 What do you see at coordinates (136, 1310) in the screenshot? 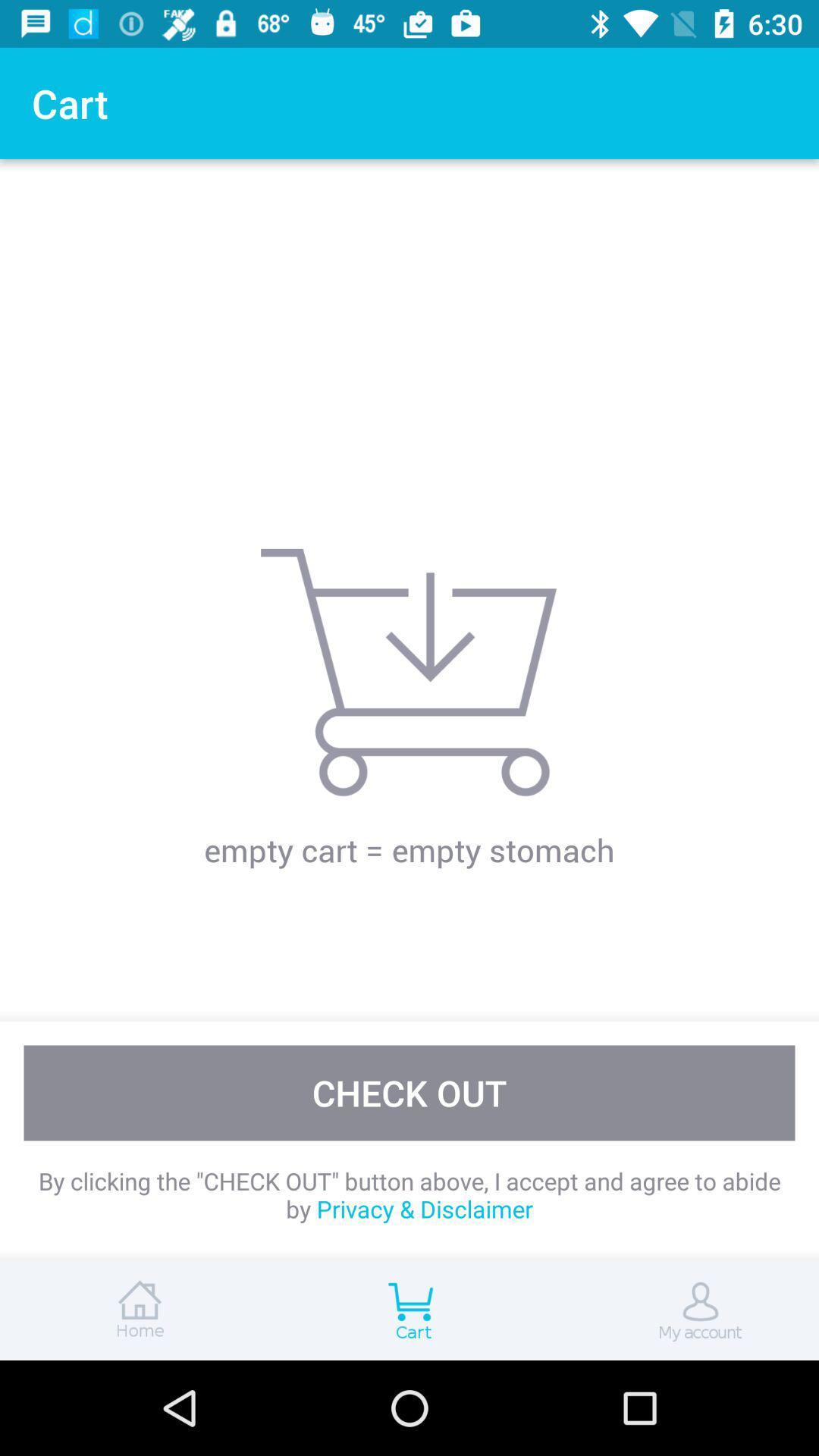
I see `go home` at bounding box center [136, 1310].